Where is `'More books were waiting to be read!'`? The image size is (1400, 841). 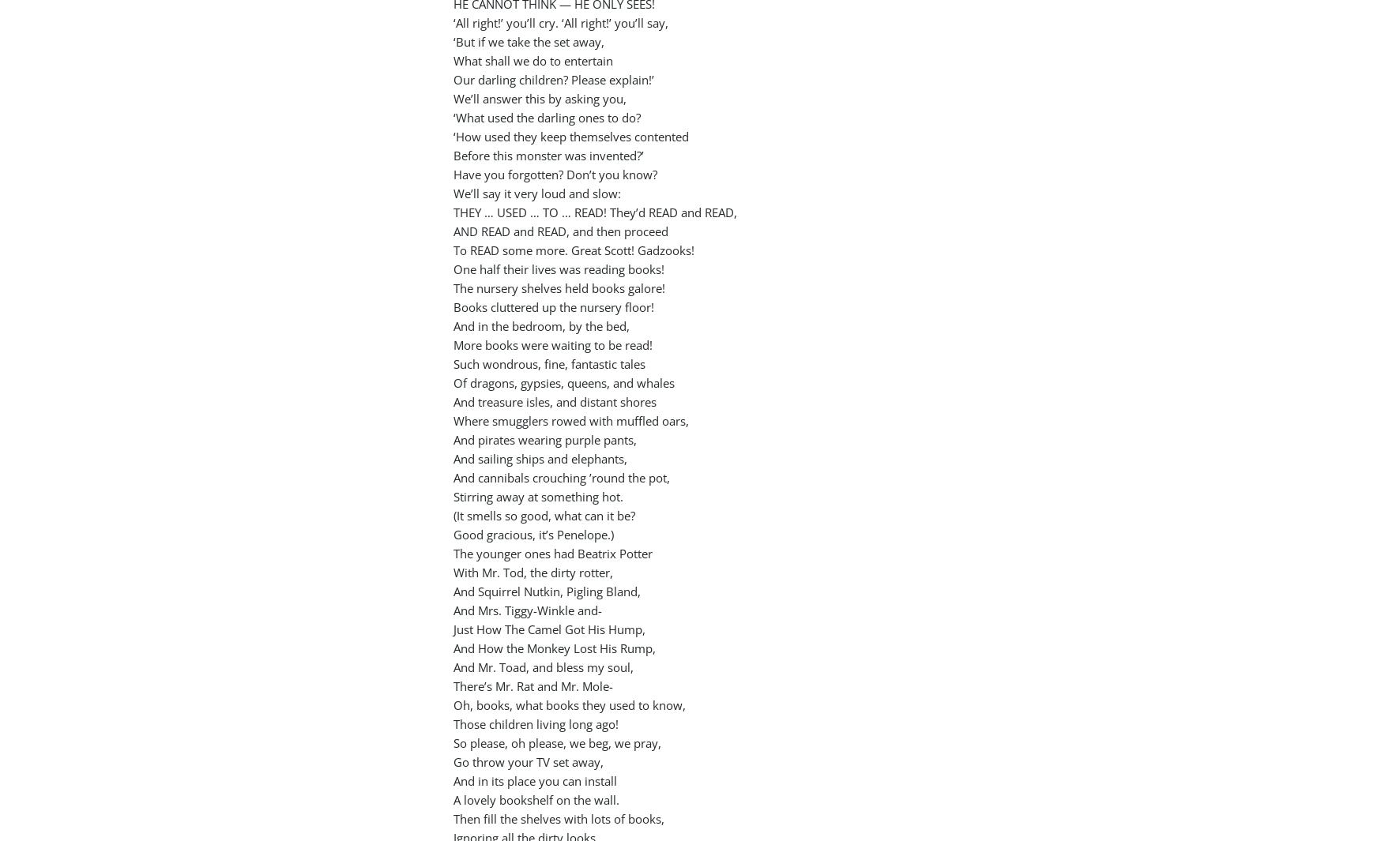
'More books were waiting to be read!' is located at coordinates (554, 344).